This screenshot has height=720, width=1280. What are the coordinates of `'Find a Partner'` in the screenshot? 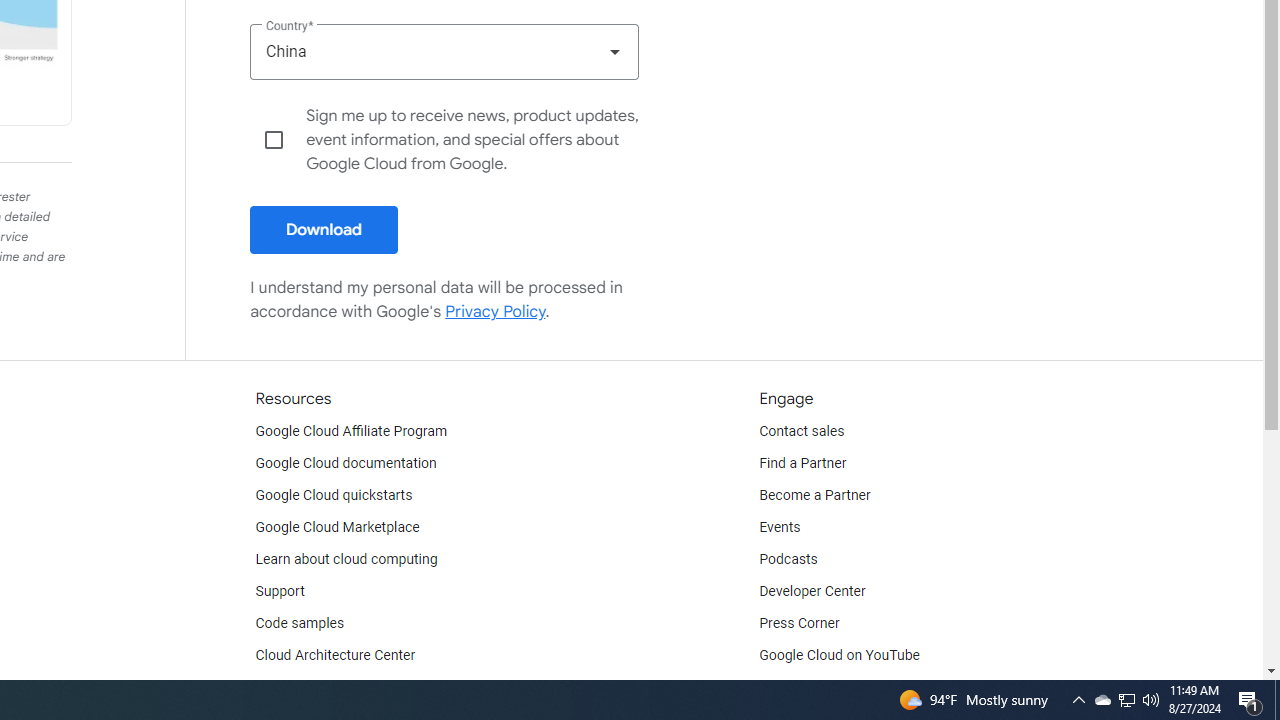 It's located at (803, 464).